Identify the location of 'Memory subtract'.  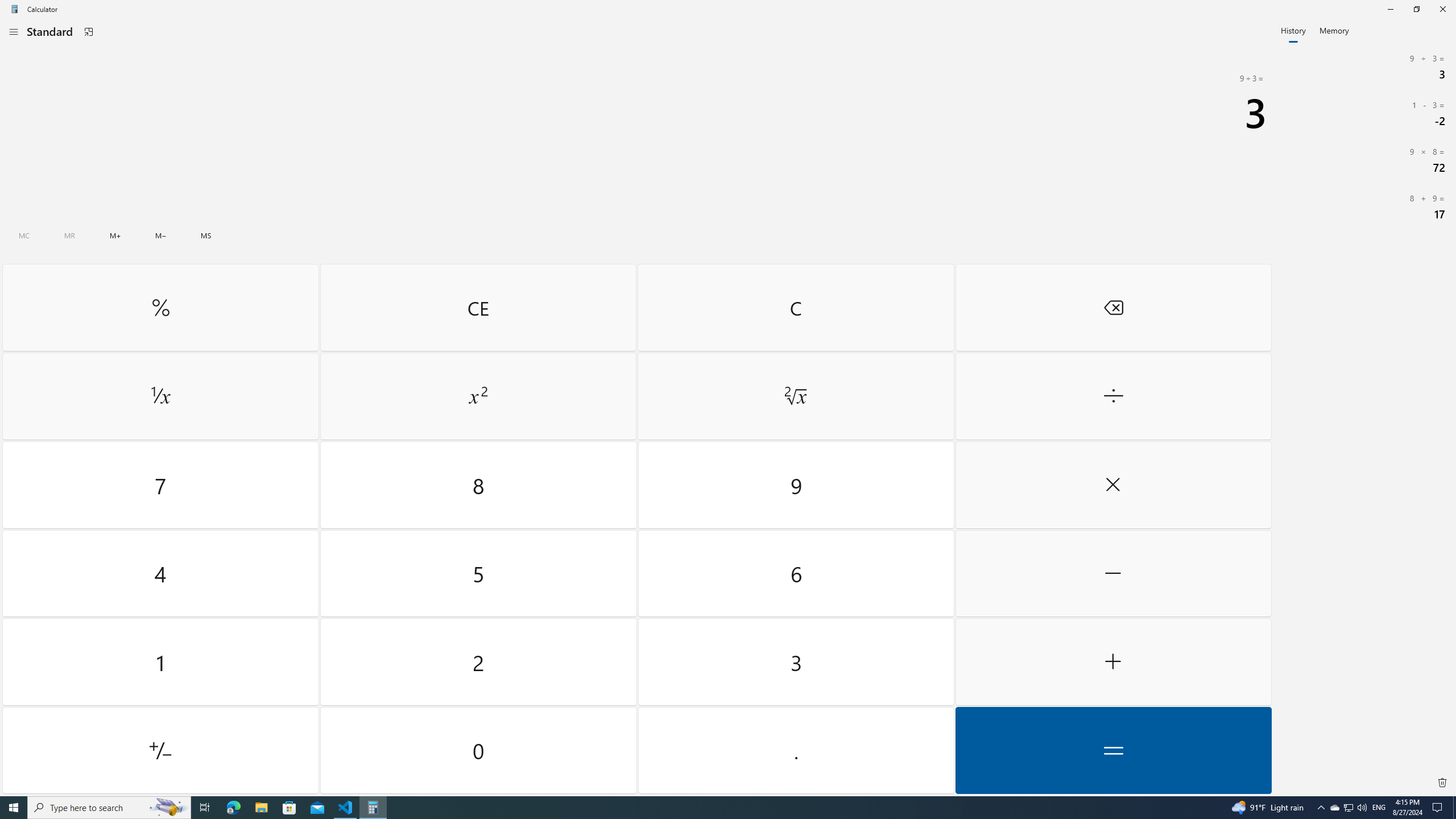
(160, 235).